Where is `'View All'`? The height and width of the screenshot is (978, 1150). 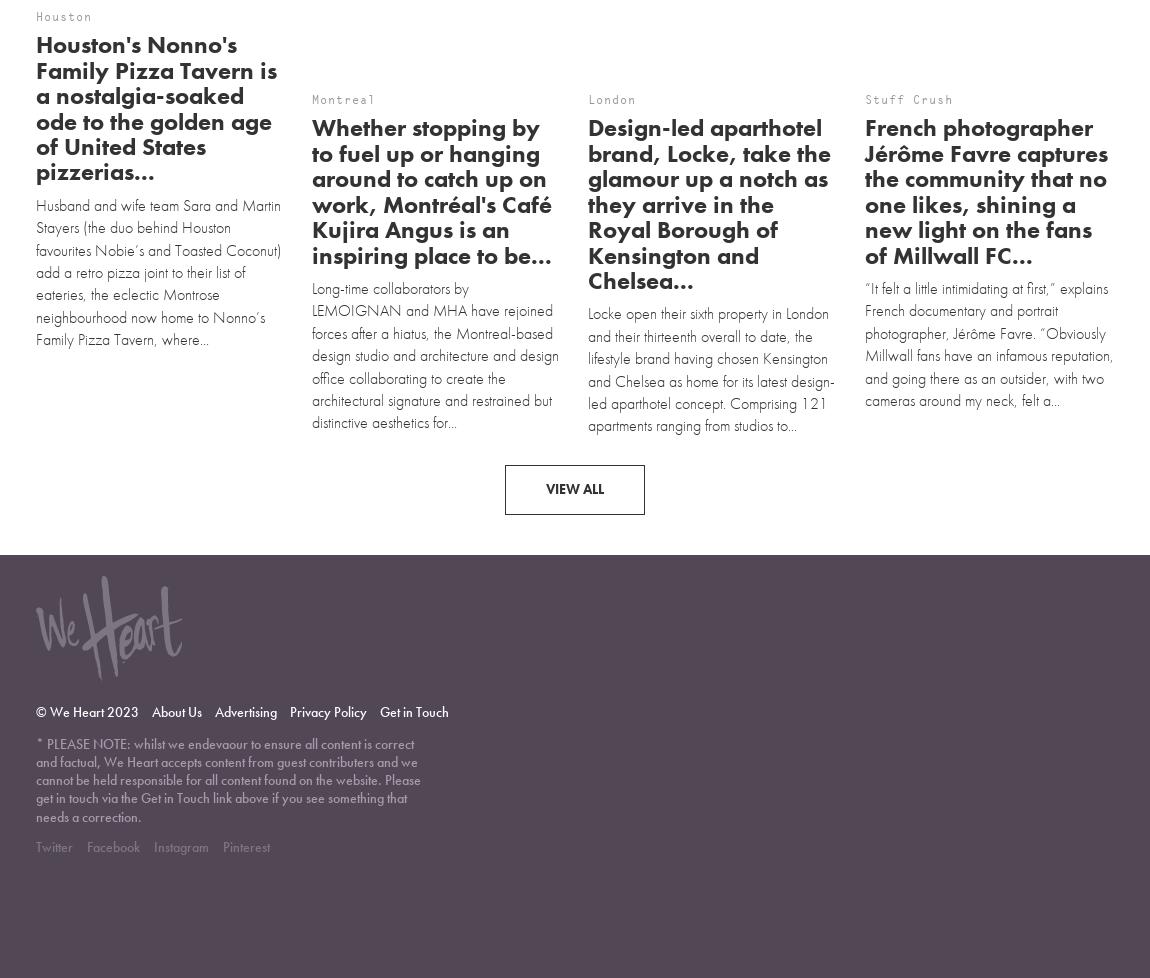
'View All' is located at coordinates (575, 403).